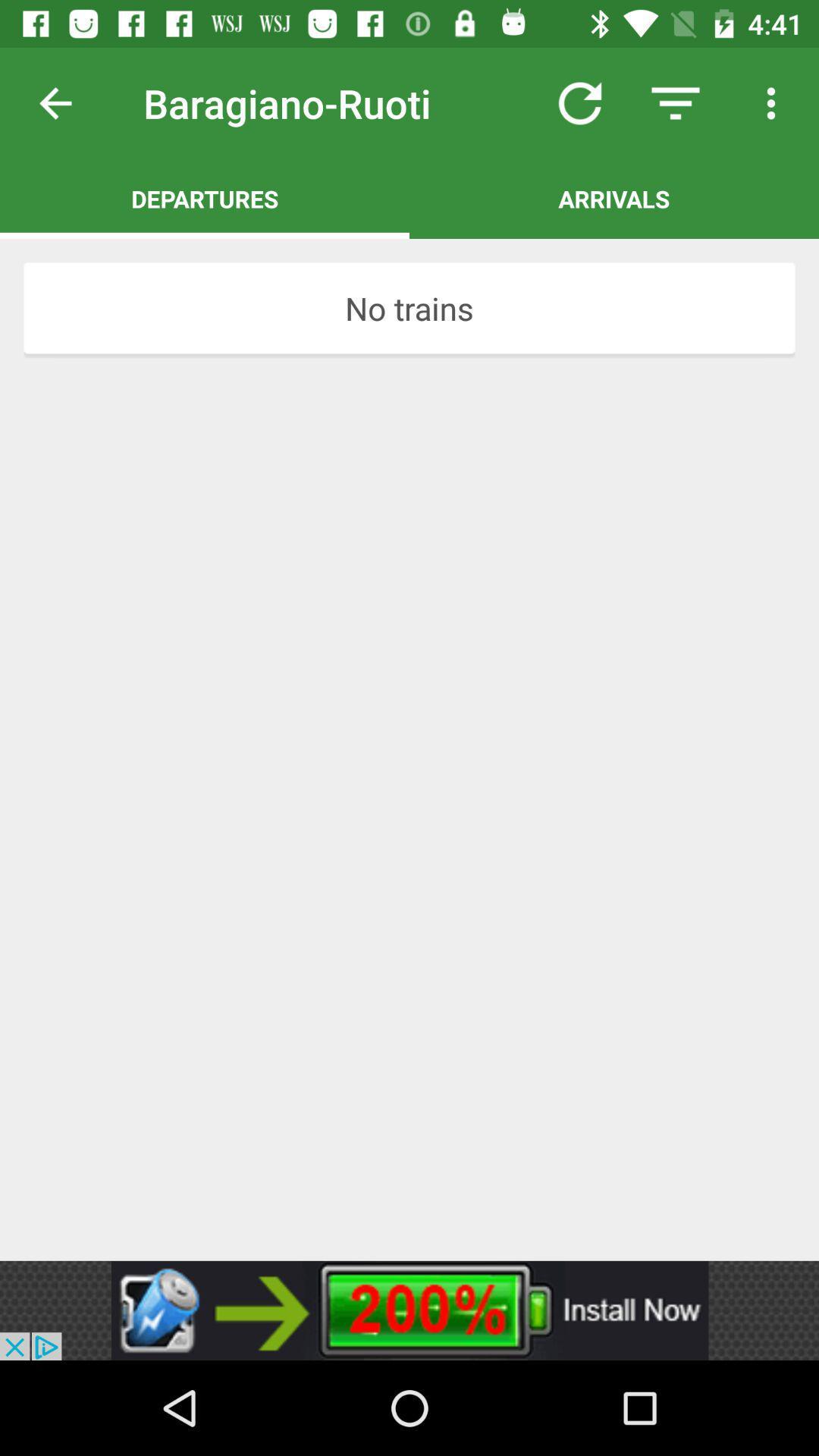 The image size is (819, 1456). What do you see at coordinates (67, 102) in the screenshot?
I see `back` at bounding box center [67, 102].